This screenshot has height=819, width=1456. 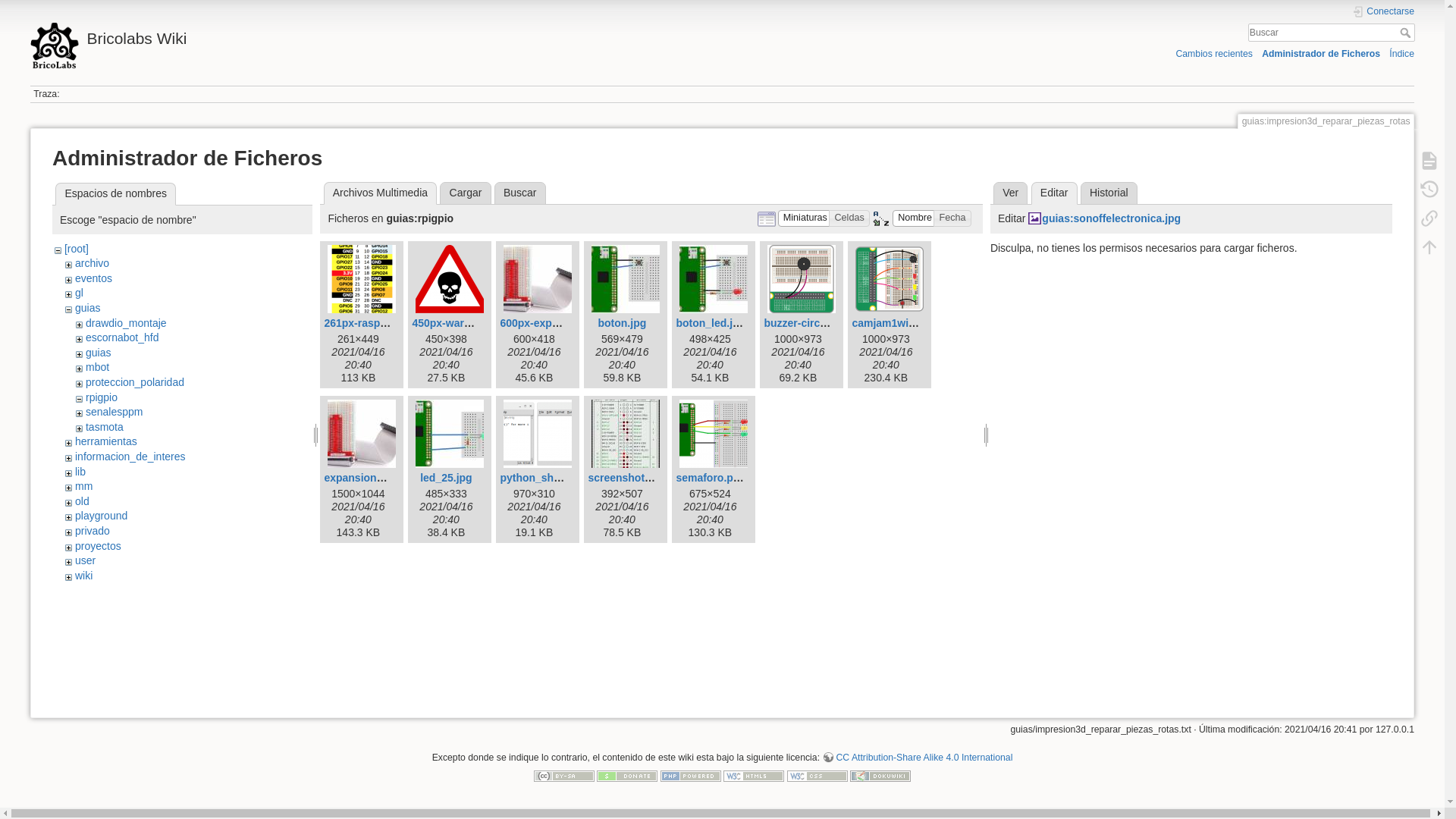 What do you see at coordinates (622, 322) in the screenshot?
I see `'boton.jpg'` at bounding box center [622, 322].